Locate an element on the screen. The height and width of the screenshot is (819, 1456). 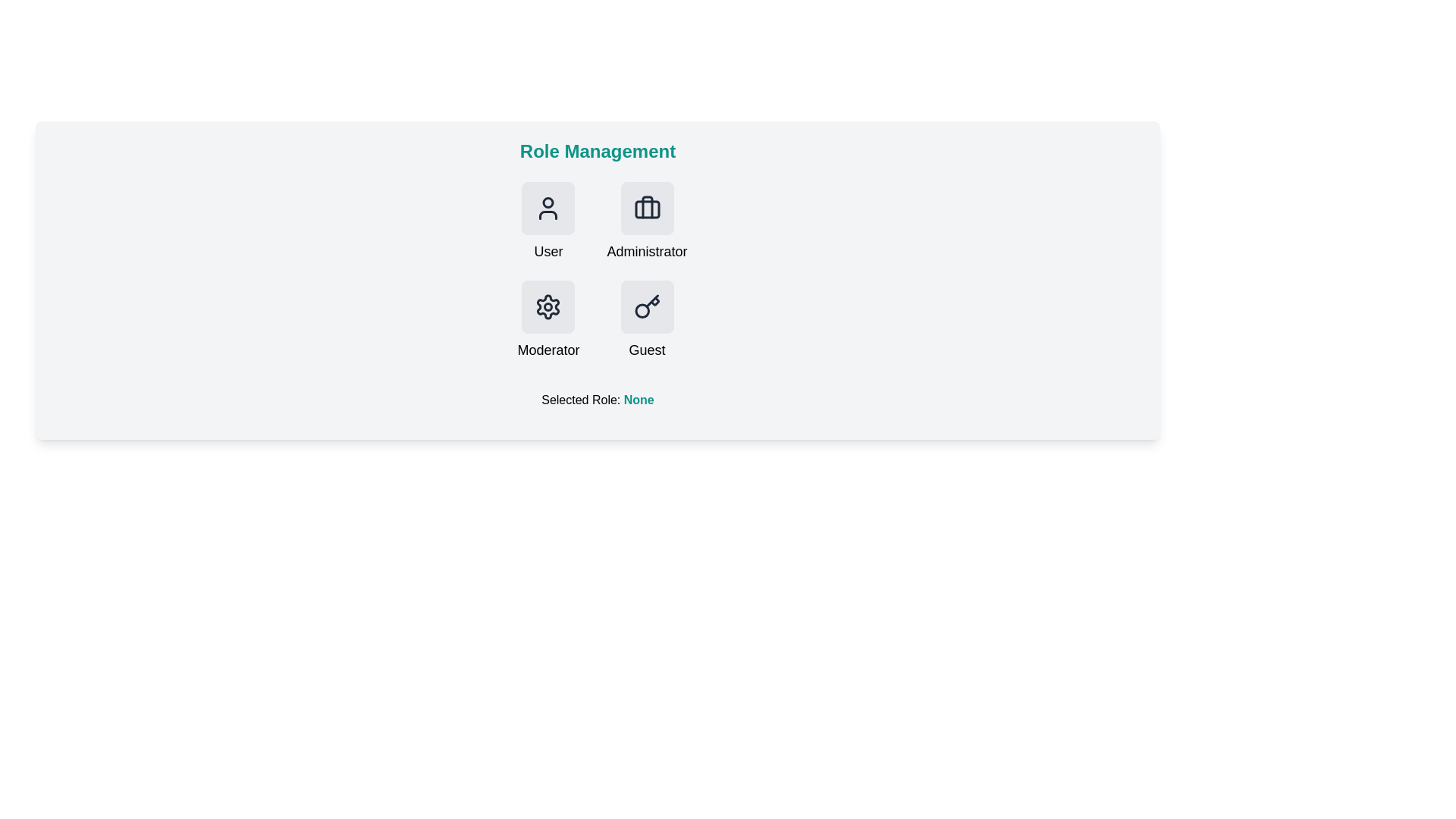
the text label that displays the currently selected role, located at the bottom of the interface below the role buttons is located at coordinates (597, 400).